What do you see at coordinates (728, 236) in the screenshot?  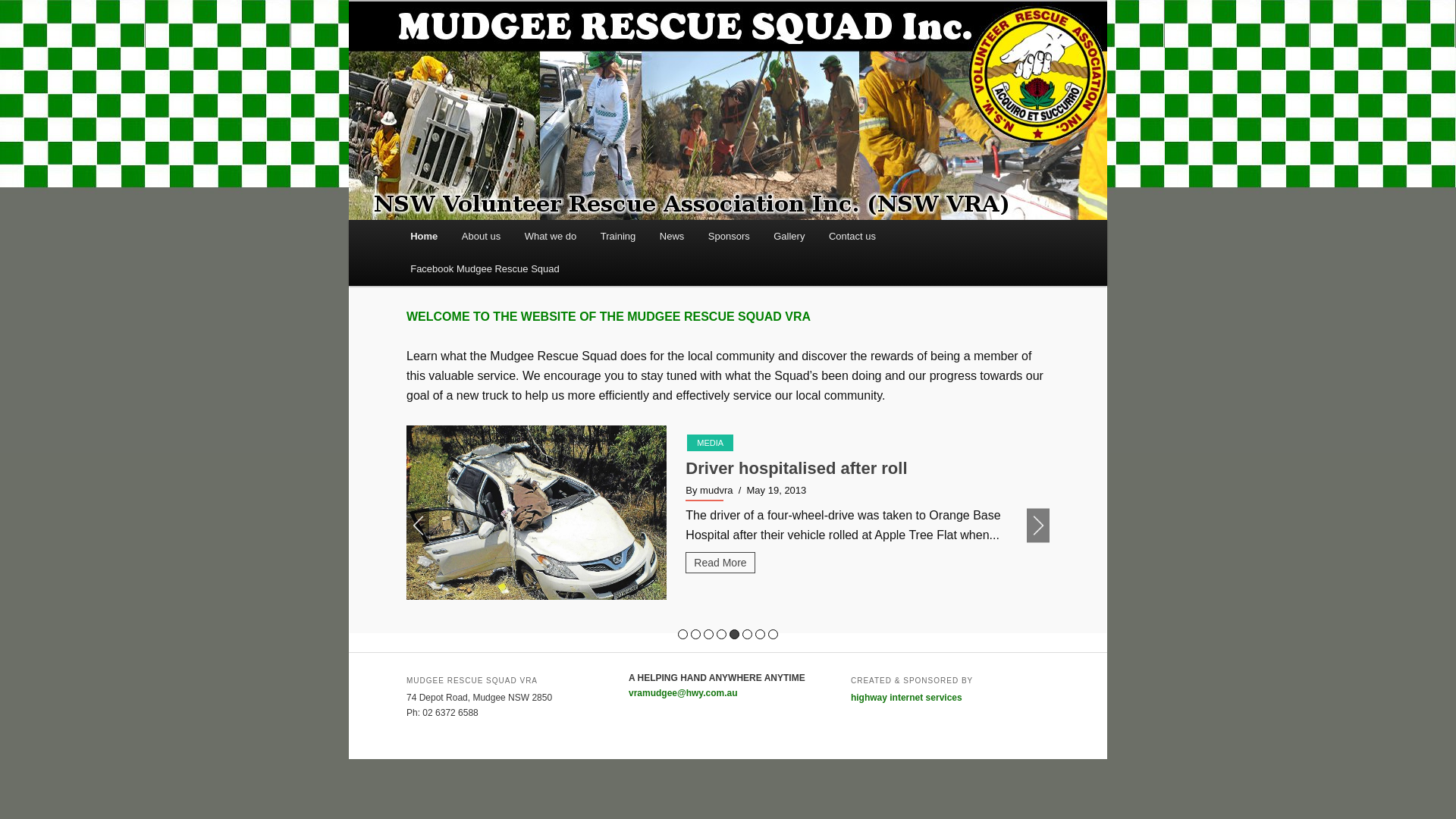 I see `'Sponsors'` at bounding box center [728, 236].